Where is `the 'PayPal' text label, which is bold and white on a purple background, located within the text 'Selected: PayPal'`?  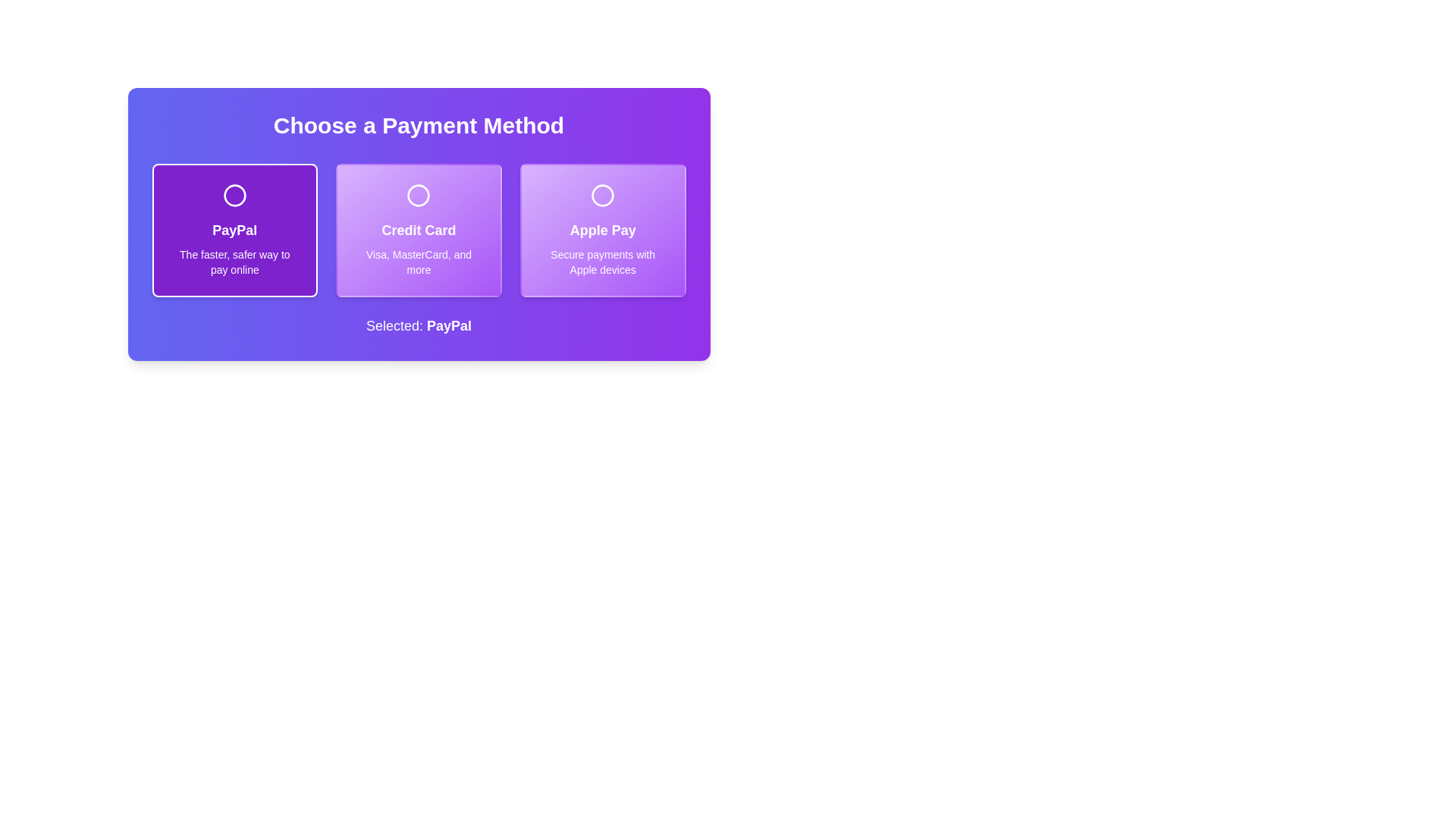 the 'PayPal' text label, which is bold and white on a purple background, located within the text 'Selected: PayPal' is located at coordinates (448, 325).